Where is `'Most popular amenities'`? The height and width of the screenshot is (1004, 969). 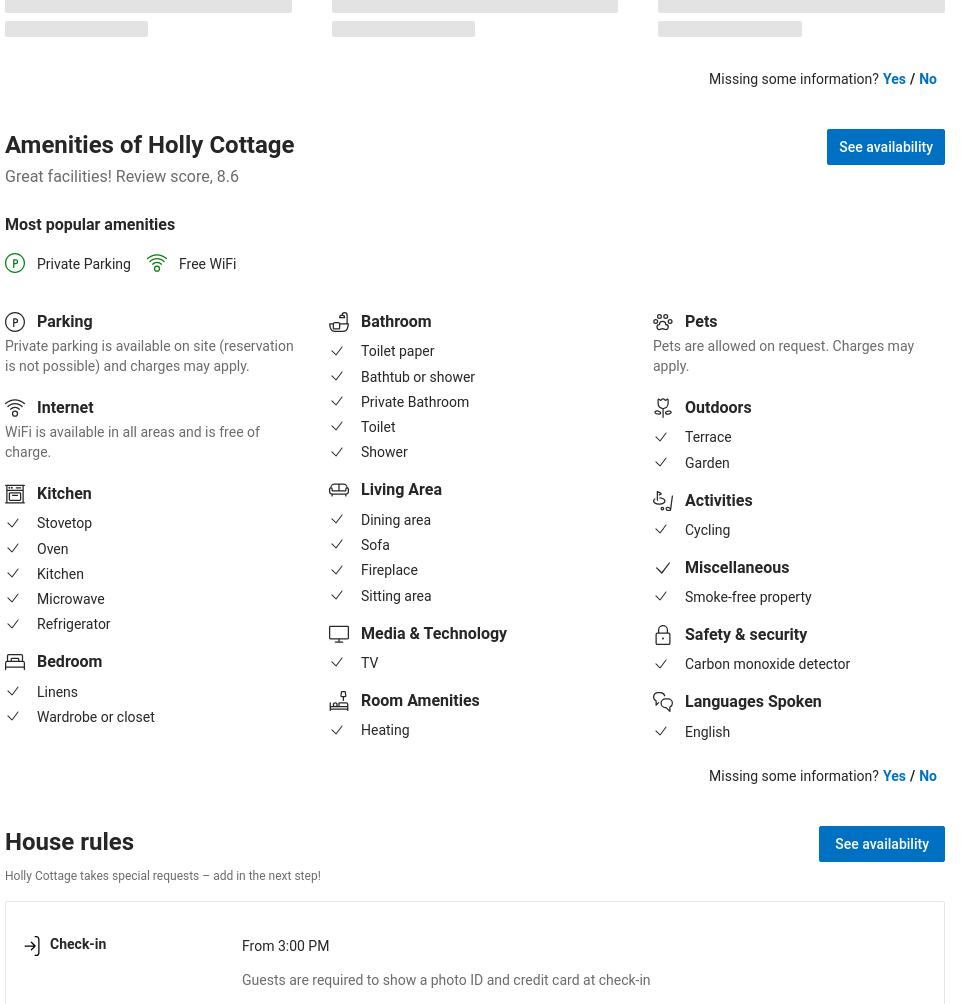
'Most popular amenities' is located at coordinates (90, 222).